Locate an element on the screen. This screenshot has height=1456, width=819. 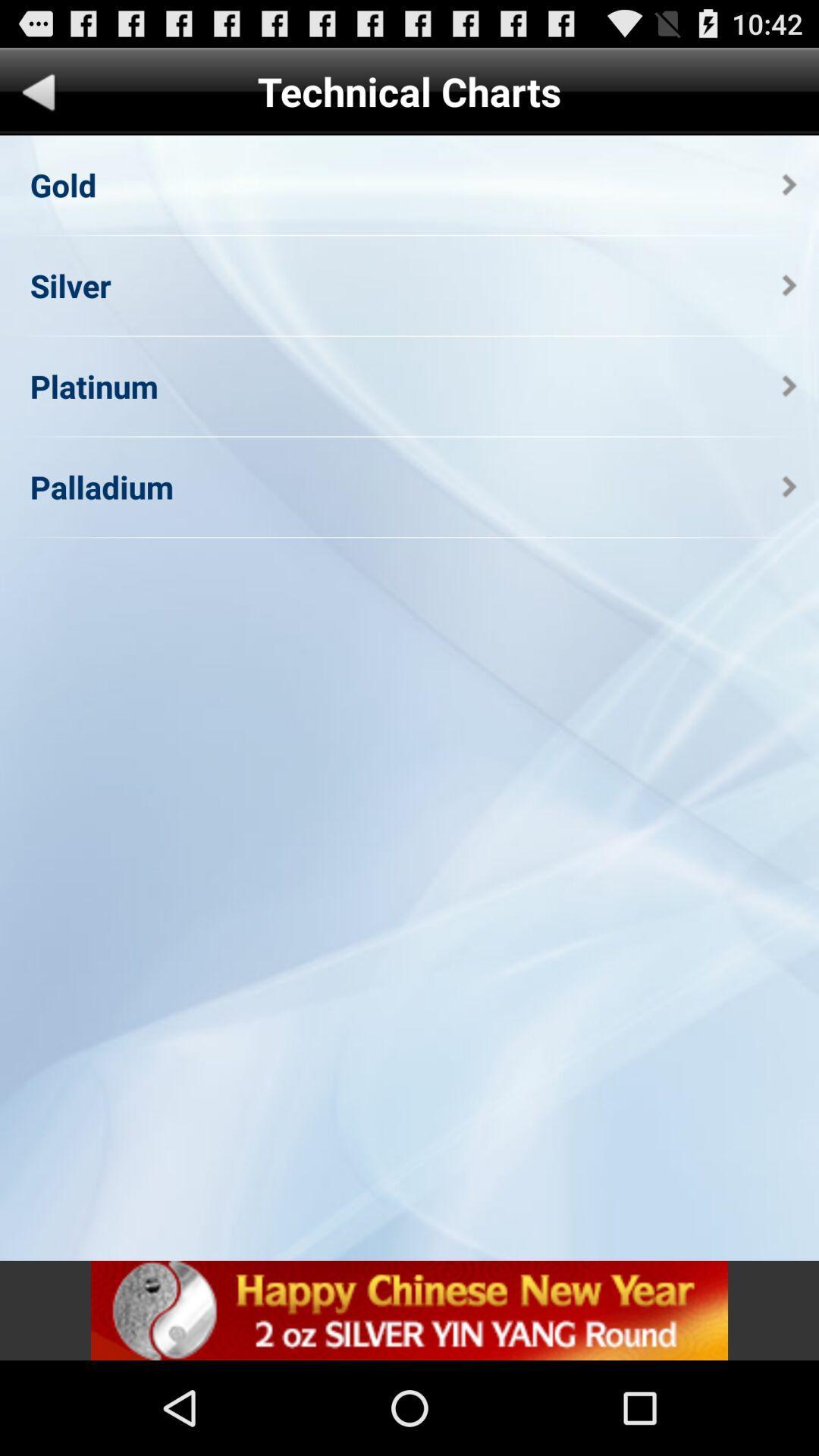
previous is located at coordinates (38, 94).